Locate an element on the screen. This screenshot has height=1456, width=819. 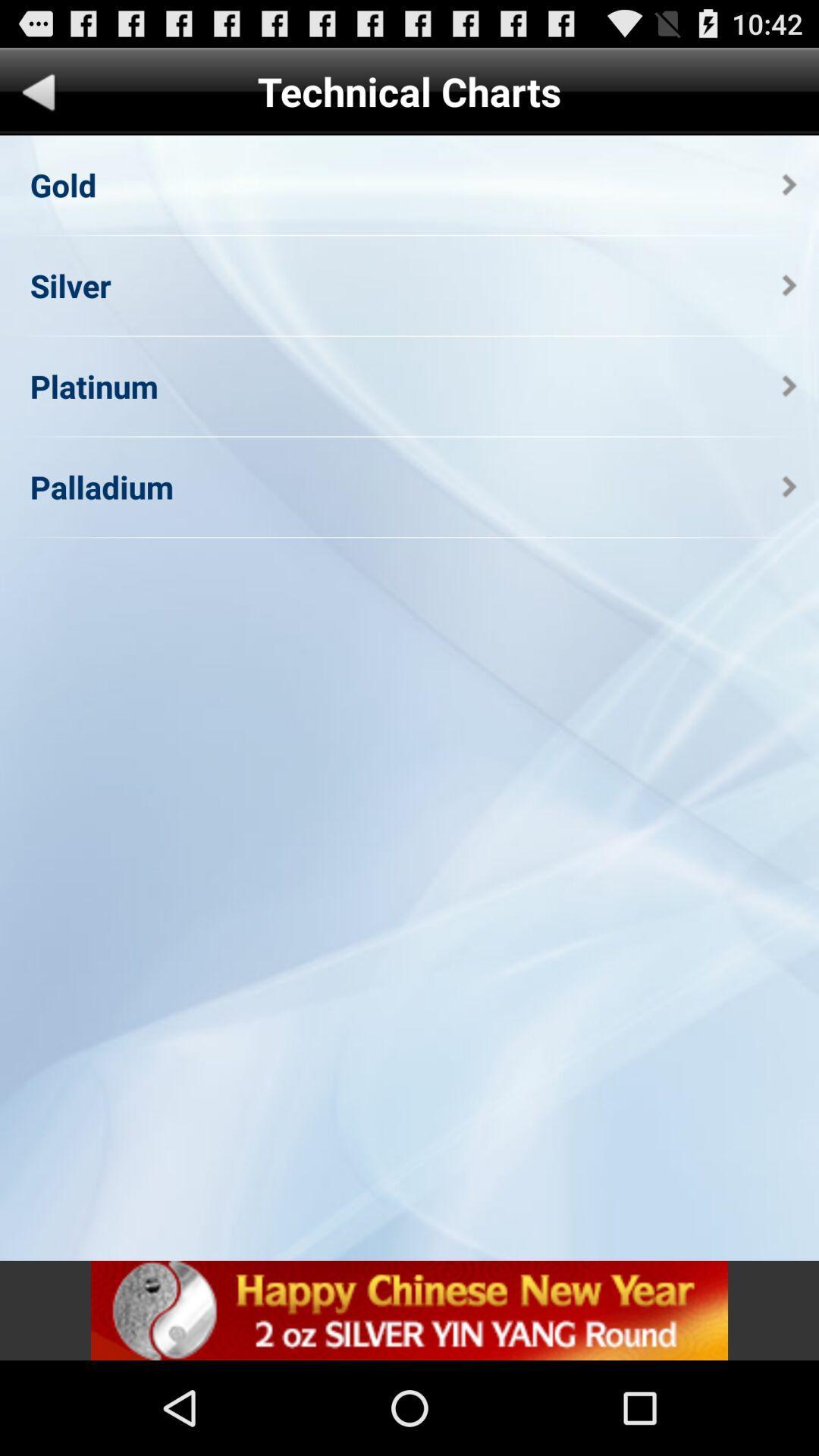
previous is located at coordinates (38, 94).